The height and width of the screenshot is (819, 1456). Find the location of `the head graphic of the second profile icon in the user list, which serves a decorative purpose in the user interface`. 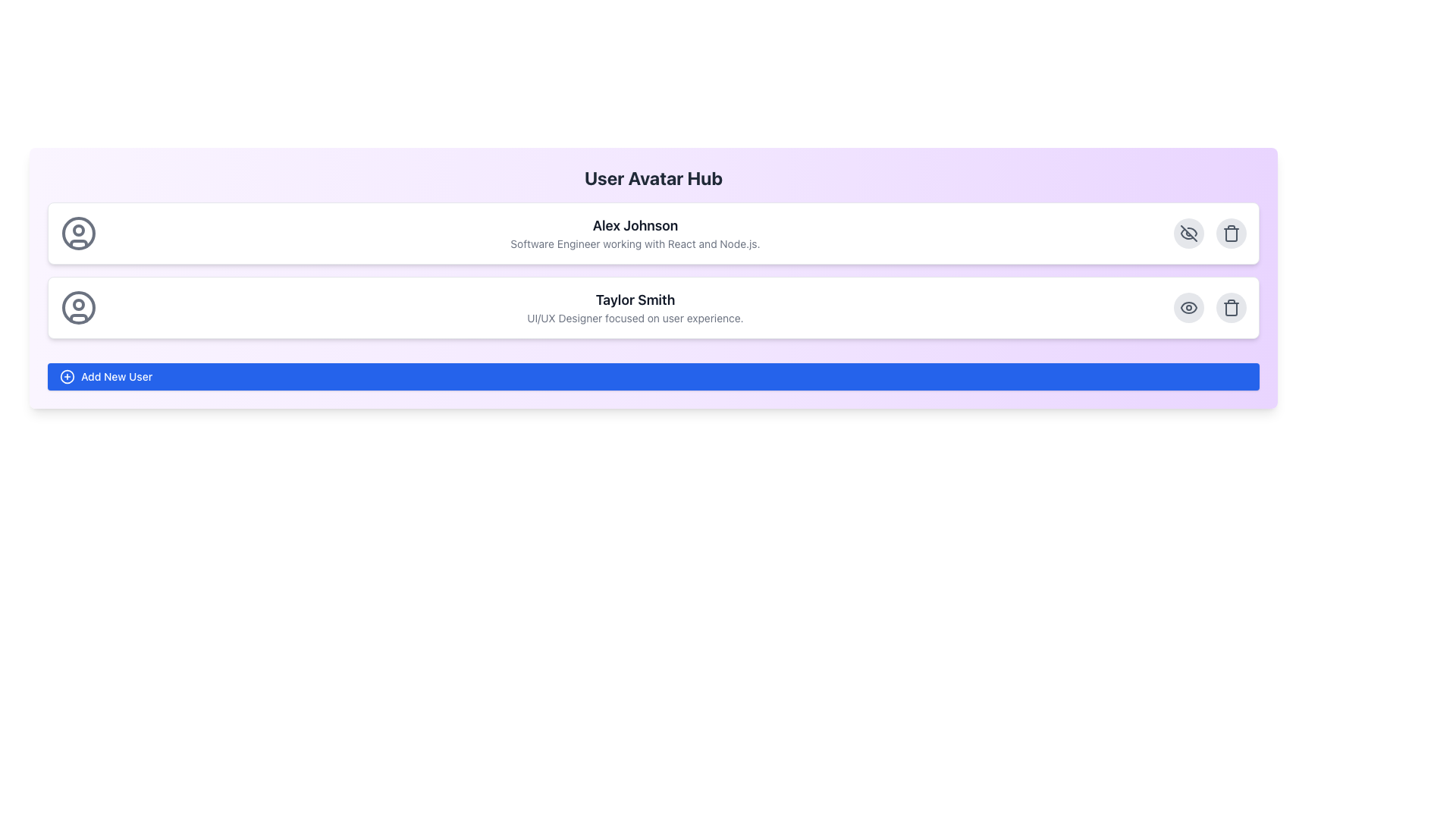

the head graphic of the second profile icon in the user list, which serves a decorative purpose in the user interface is located at coordinates (78, 304).